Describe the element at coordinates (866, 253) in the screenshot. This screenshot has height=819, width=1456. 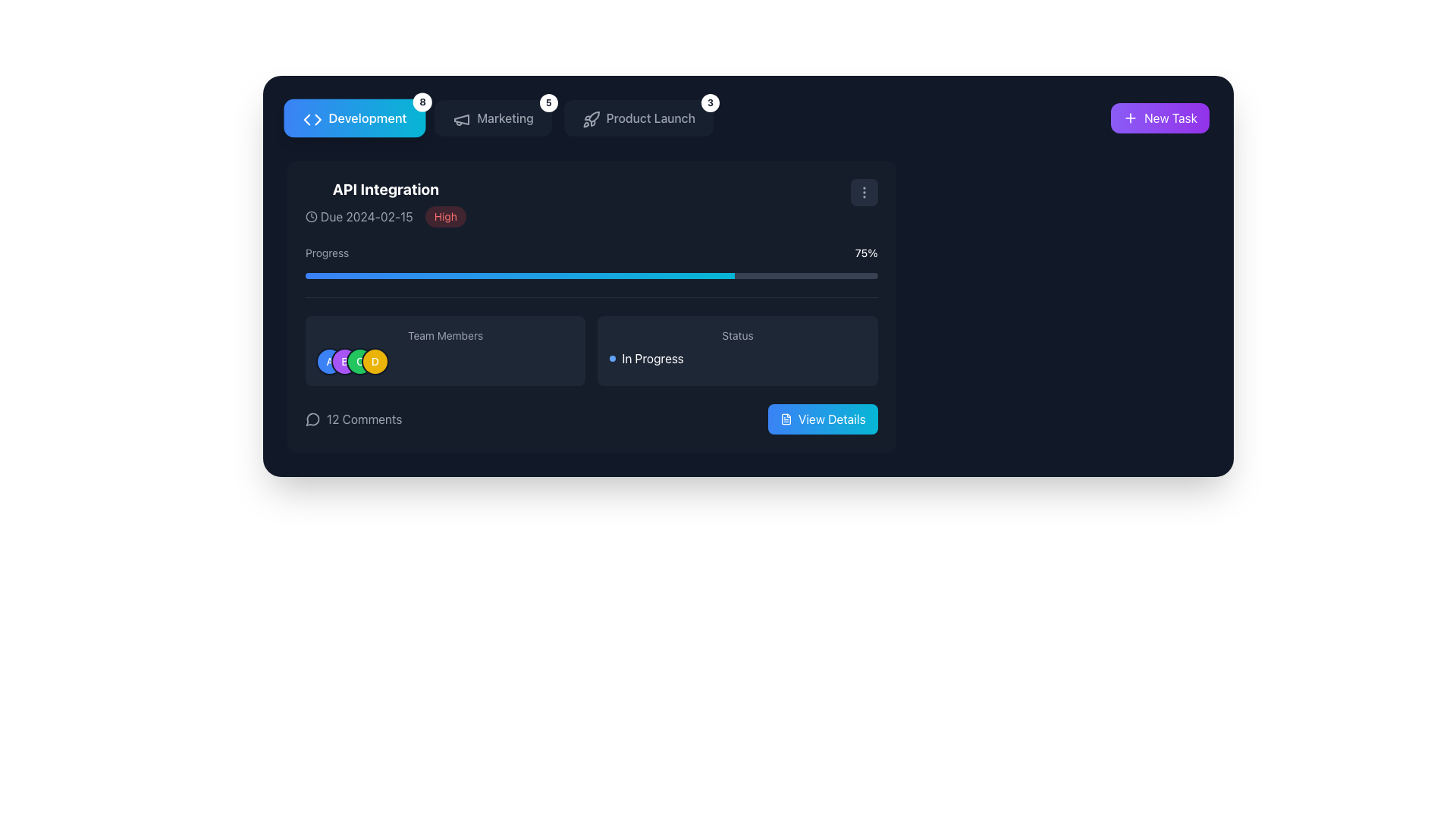
I see `the text label displaying '75%' to potentially see additional details about the progress completed` at that location.